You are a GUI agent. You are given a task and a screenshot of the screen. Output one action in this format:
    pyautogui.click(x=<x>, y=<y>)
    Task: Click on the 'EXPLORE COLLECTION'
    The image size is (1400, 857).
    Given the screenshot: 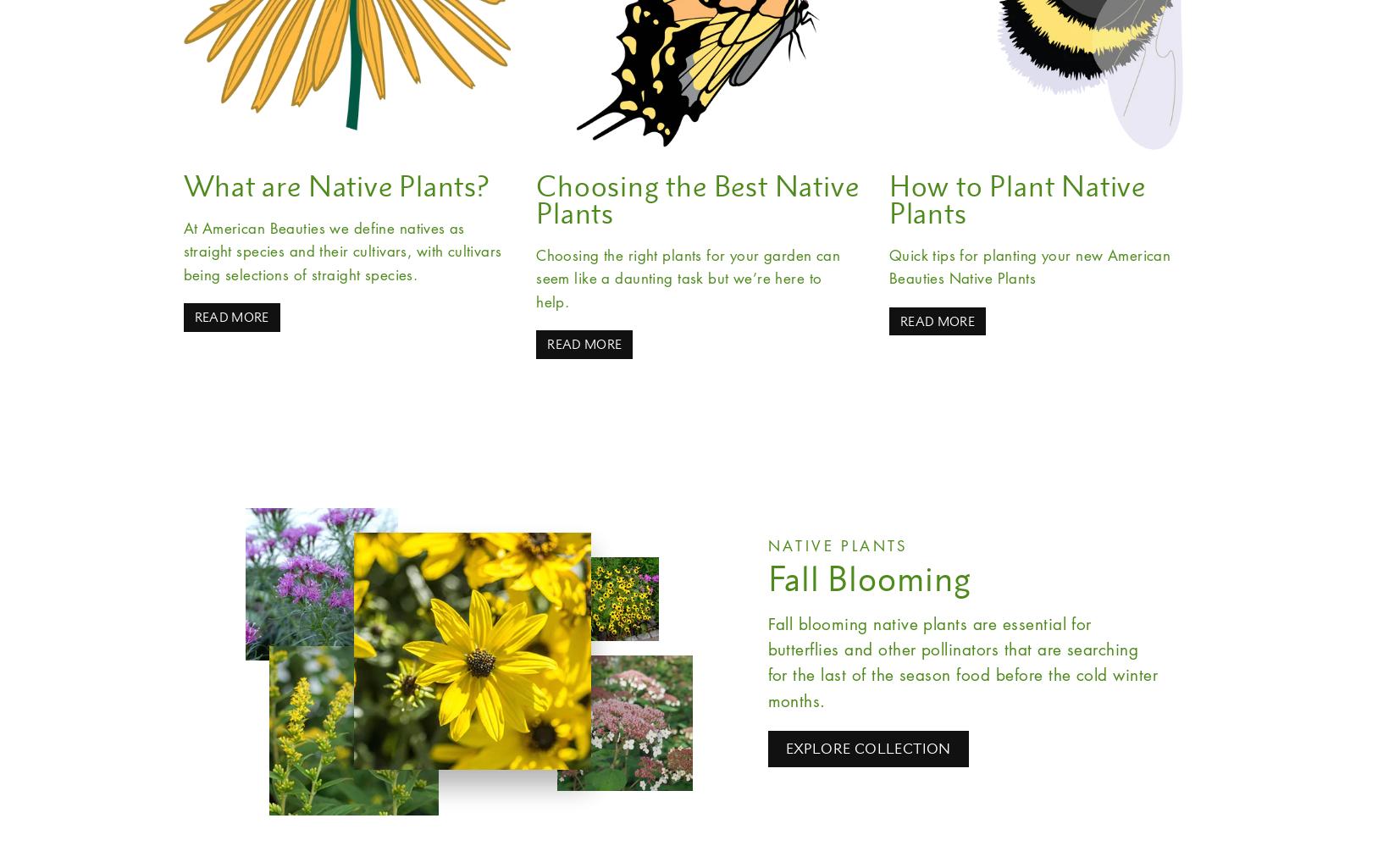 What is the action you would take?
    pyautogui.click(x=867, y=747)
    